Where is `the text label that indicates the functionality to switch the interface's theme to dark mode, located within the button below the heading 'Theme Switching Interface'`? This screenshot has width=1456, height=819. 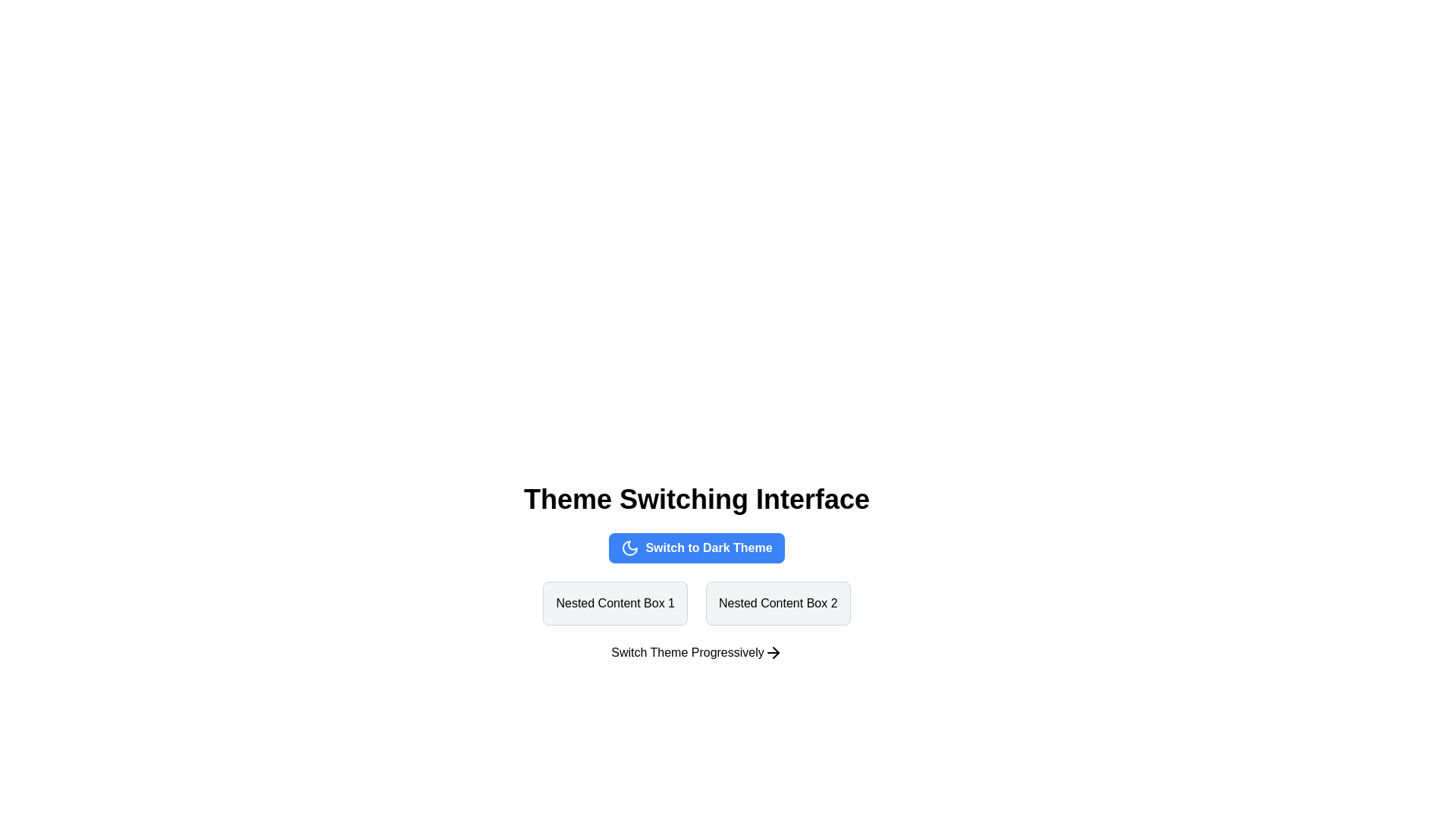 the text label that indicates the functionality to switch the interface's theme to dark mode, located within the button below the heading 'Theme Switching Interface' is located at coordinates (708, 548).